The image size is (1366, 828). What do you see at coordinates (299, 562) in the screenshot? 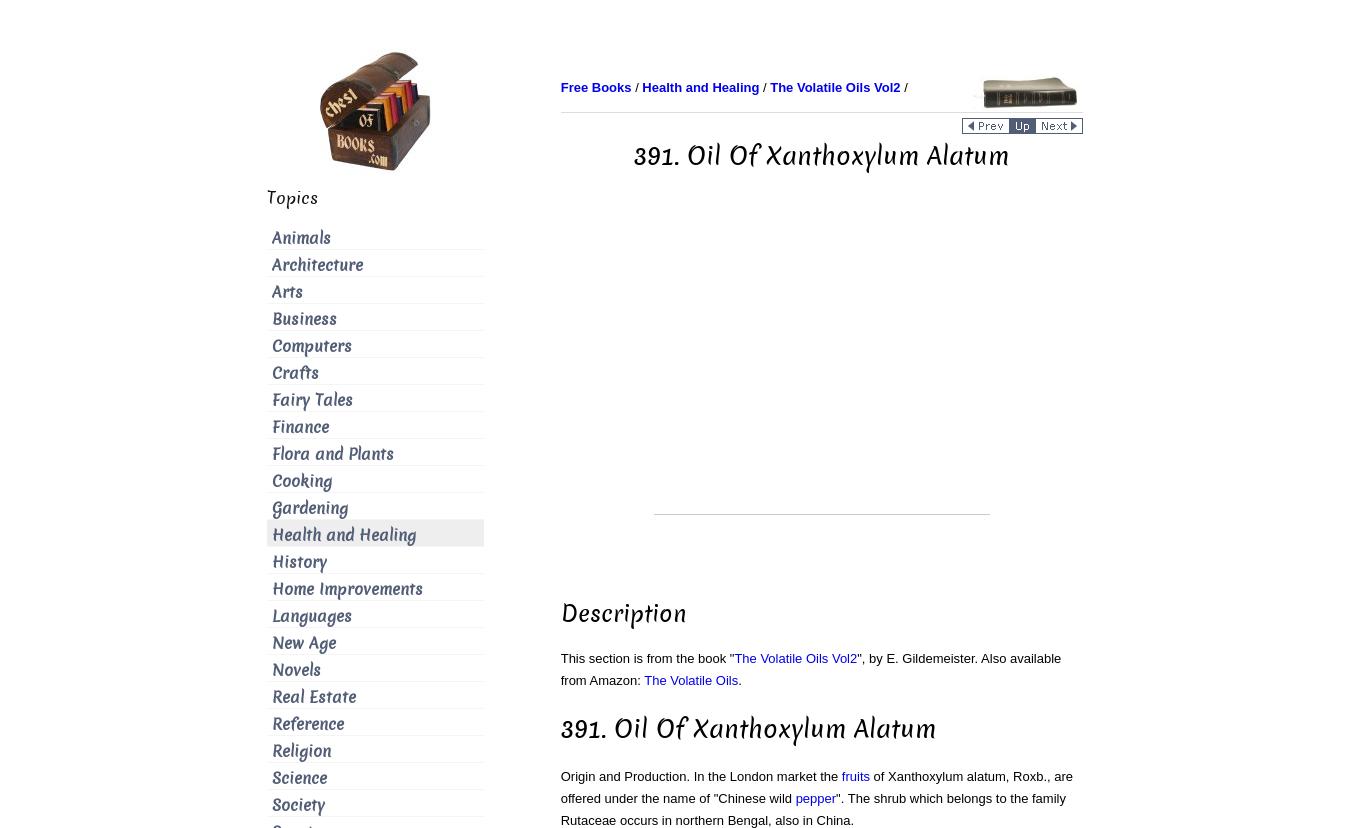
I see `'History'` at bounding box center [299, 562].